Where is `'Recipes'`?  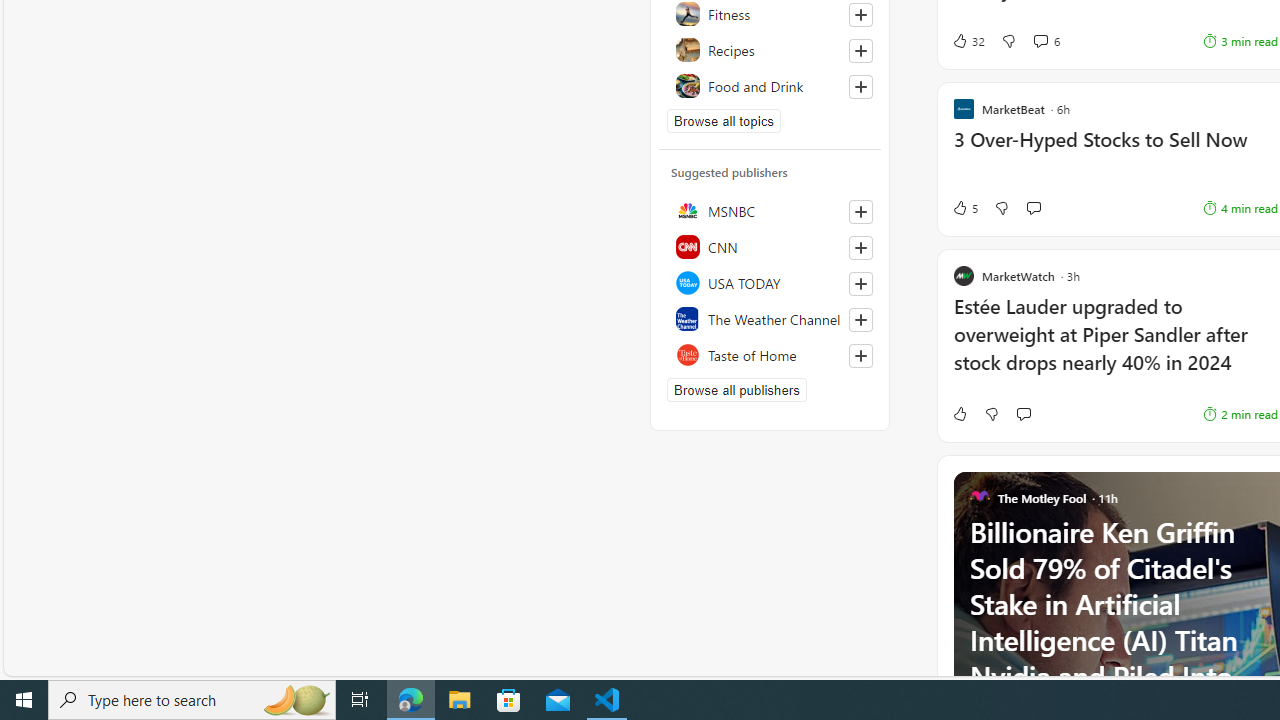 'Recipes' is located at coordinates (769, 49).